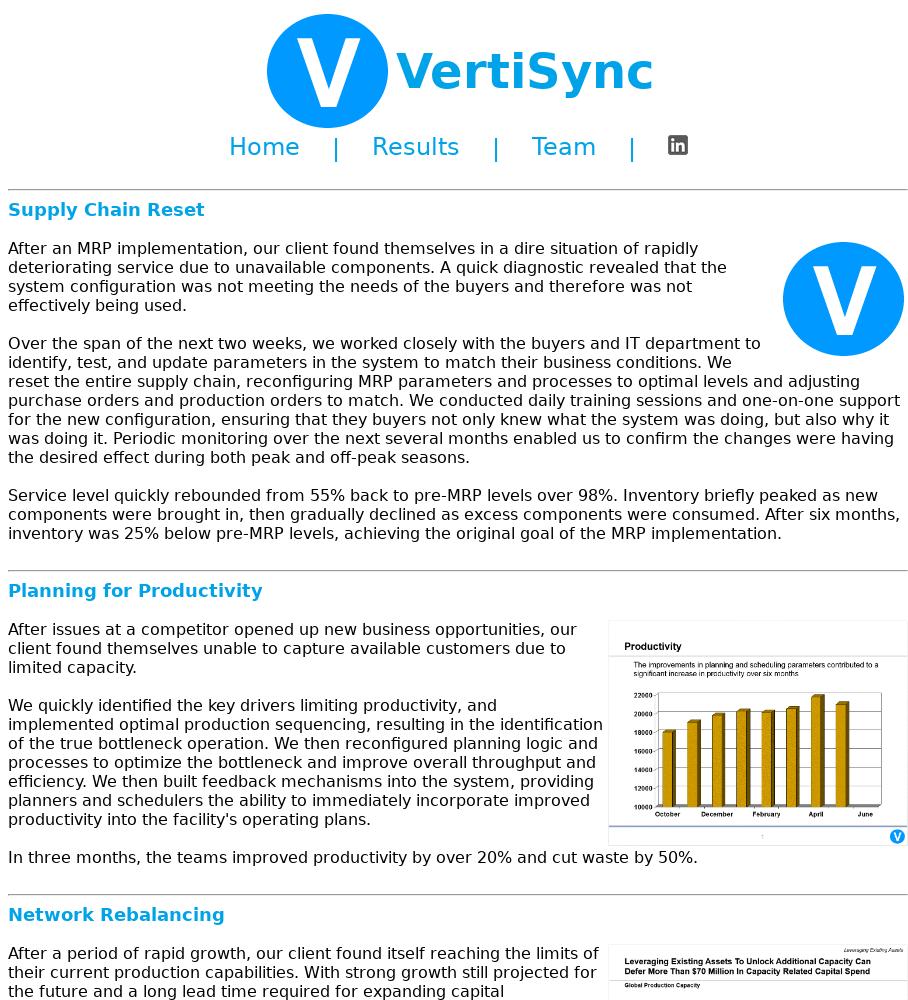 The image size is (908, 1000). What do you see at coordinates (135, 589) in the screenshot?
I see `'Planning for Productivity'` at bounding box center [135, 589].